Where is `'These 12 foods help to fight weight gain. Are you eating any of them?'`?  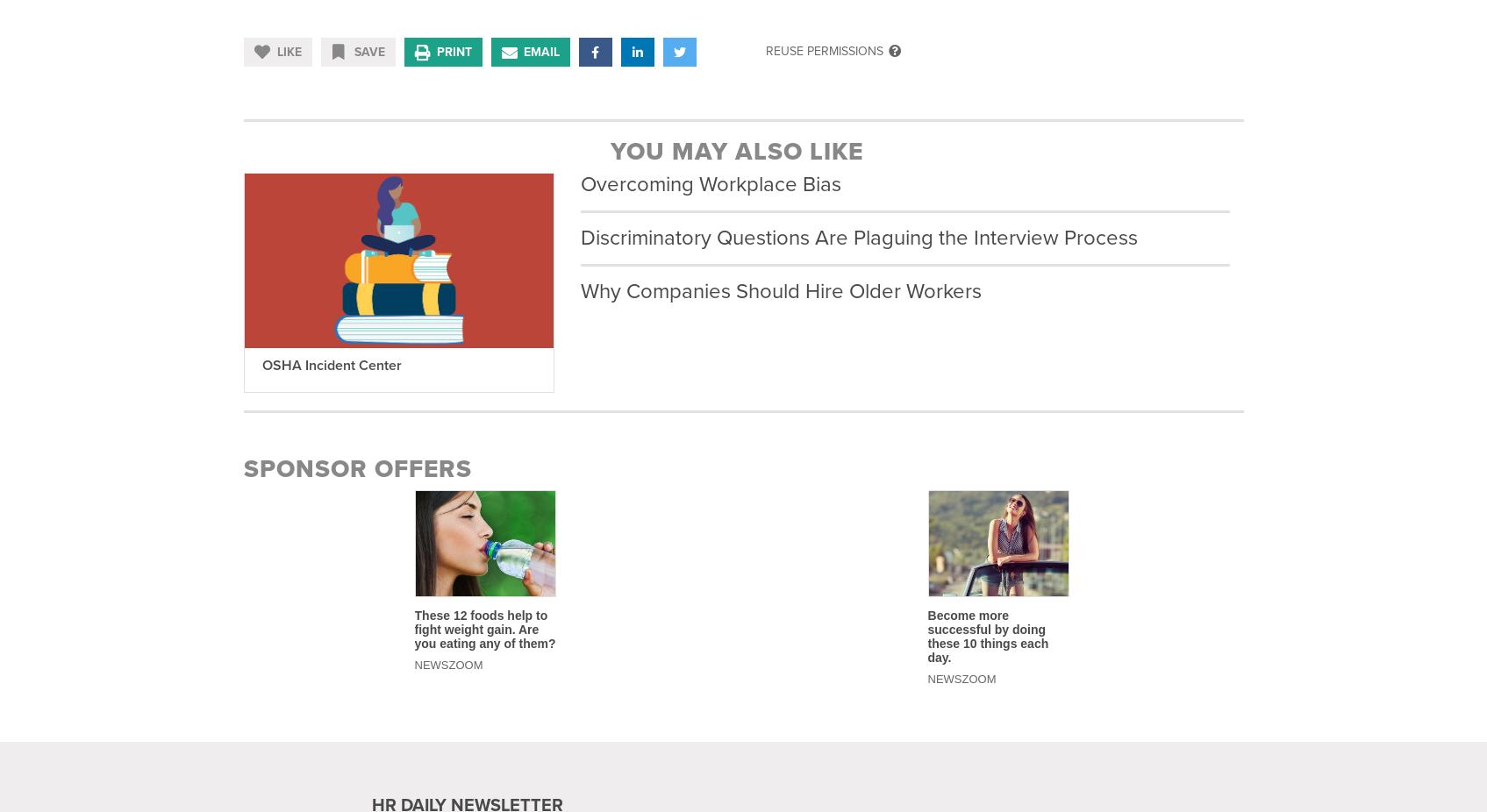 'These 12 foods help to fight weight gain. Are you eating any of them?' is located at coordinates (484, 629).